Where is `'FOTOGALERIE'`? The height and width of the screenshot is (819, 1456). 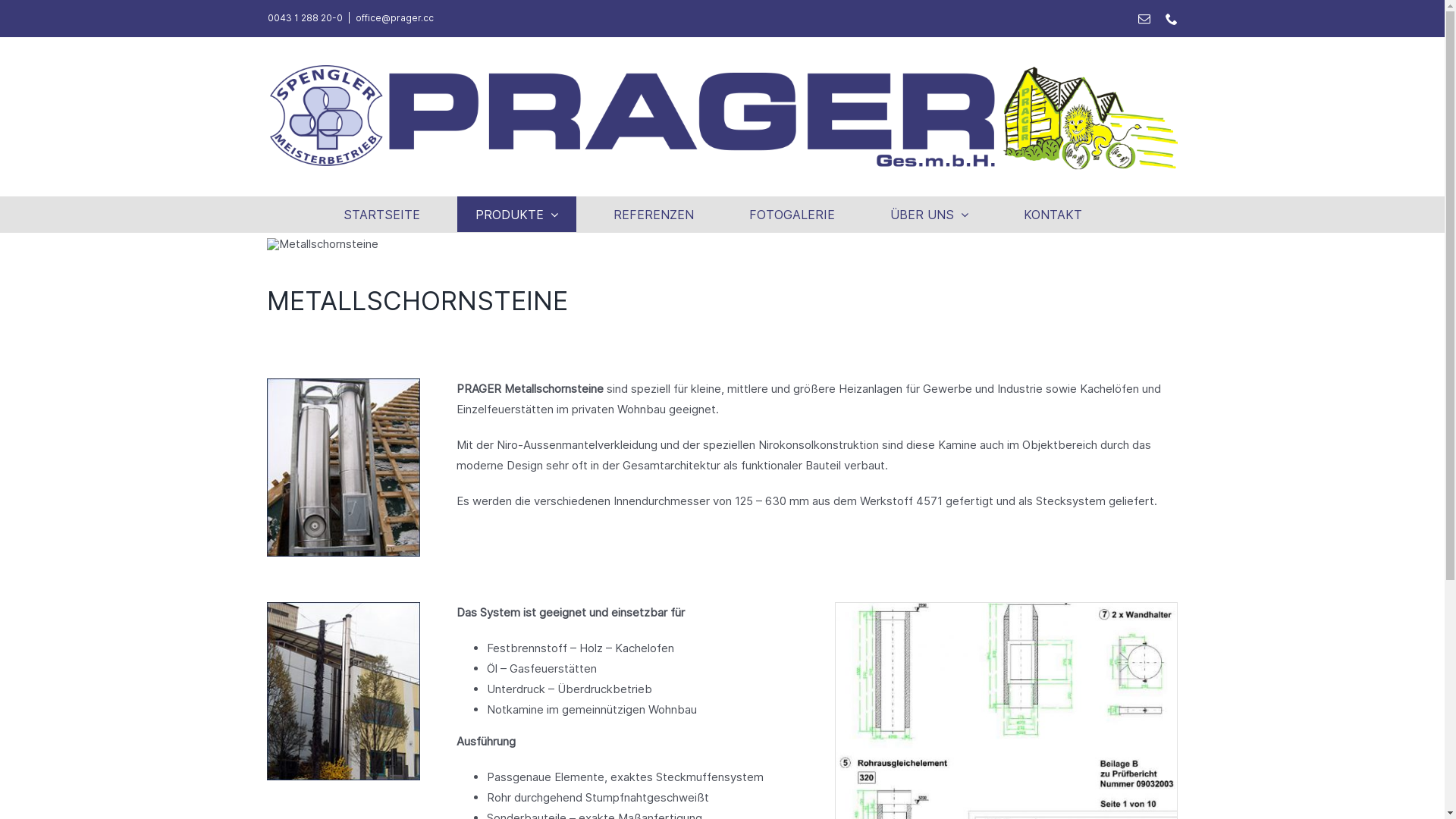
'FOTOGALERIE' is located at coordinates (791, 214).